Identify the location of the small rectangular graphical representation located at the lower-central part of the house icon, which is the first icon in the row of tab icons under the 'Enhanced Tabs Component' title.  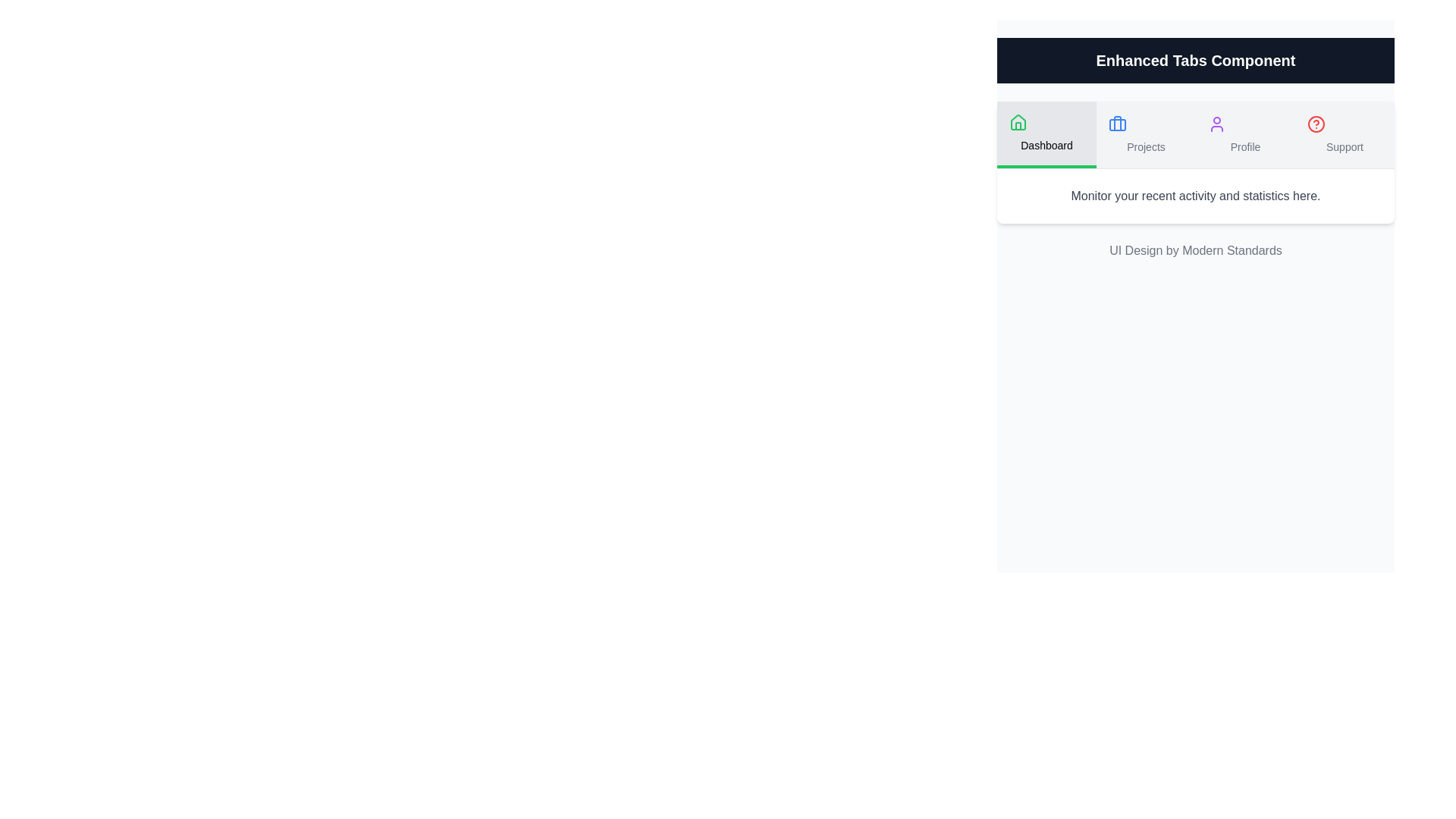
(1018, 125).